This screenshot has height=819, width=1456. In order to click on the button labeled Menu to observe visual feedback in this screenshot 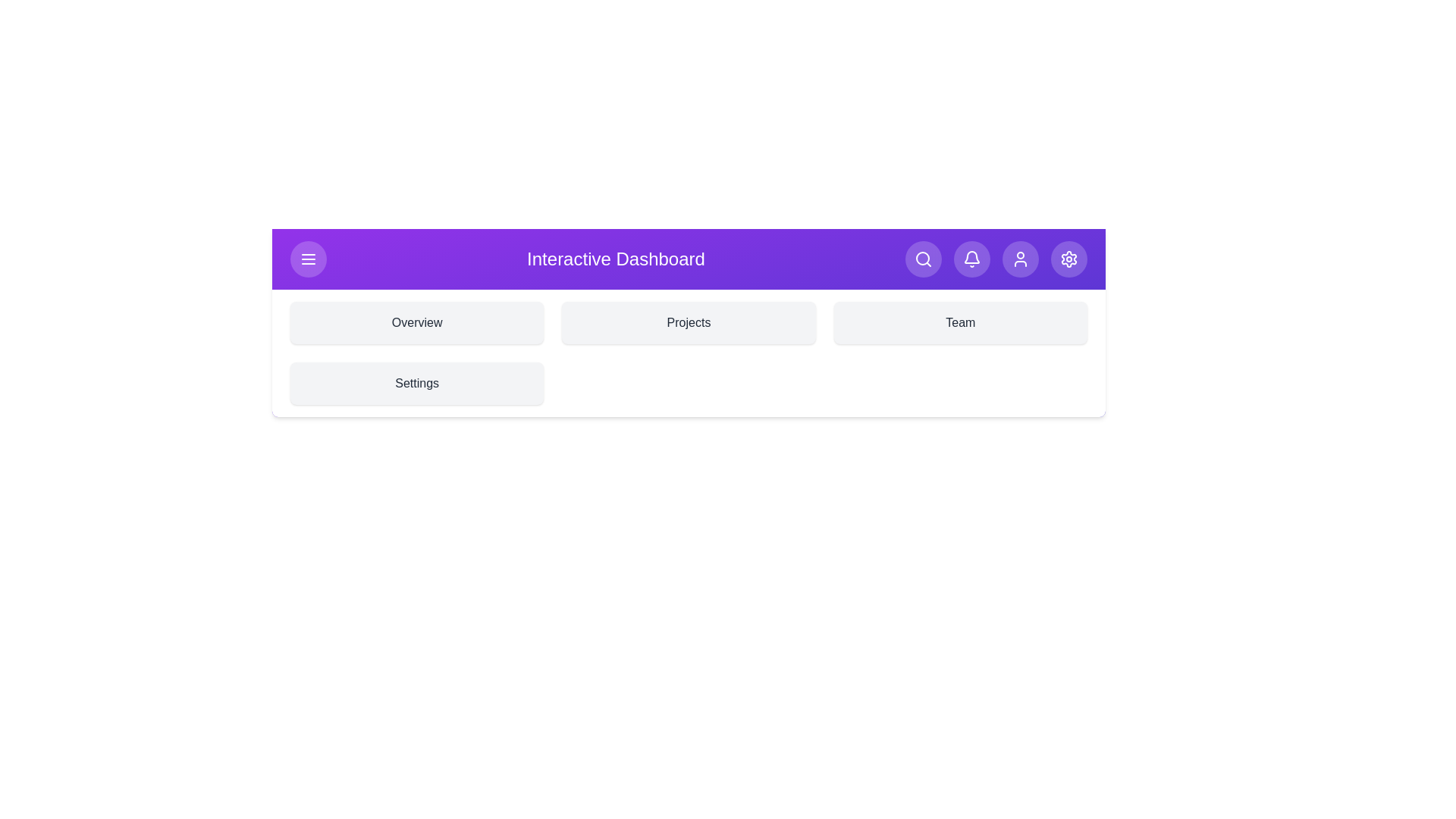, I will do `click(308, 259)`.